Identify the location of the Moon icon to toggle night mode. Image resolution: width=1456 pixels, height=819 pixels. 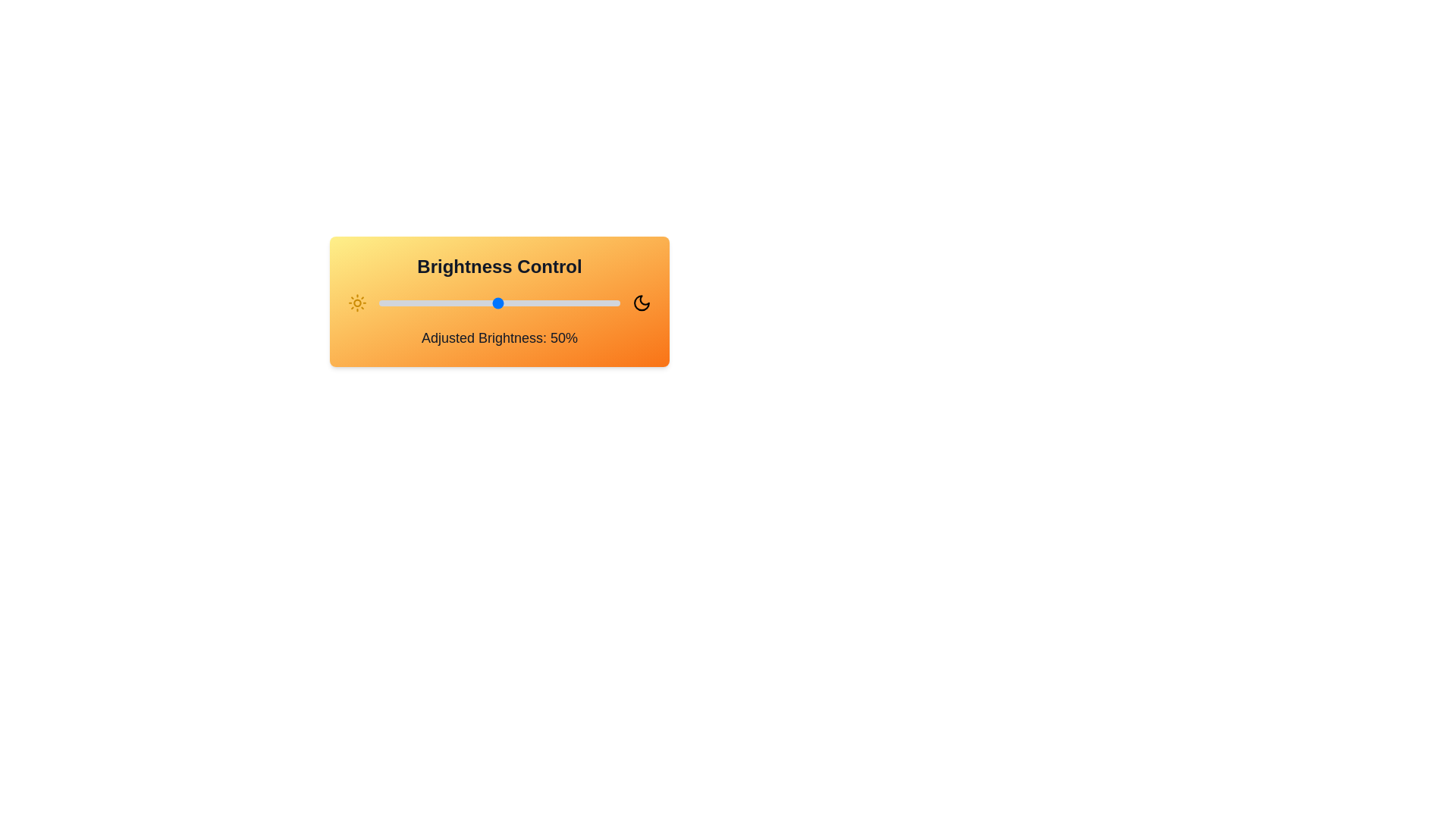
(641, 303).